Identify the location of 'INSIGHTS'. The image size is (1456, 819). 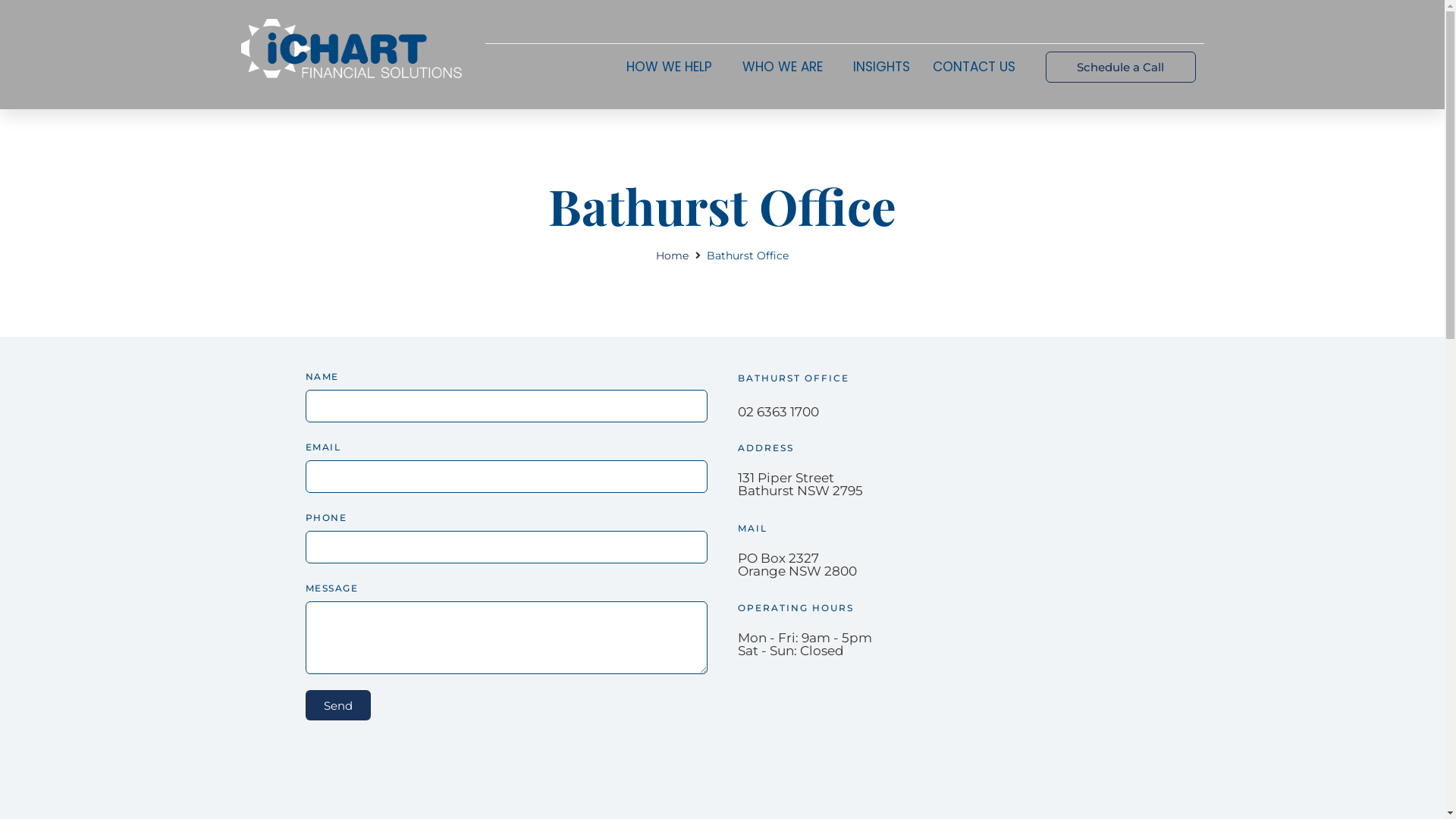
(881, 66).